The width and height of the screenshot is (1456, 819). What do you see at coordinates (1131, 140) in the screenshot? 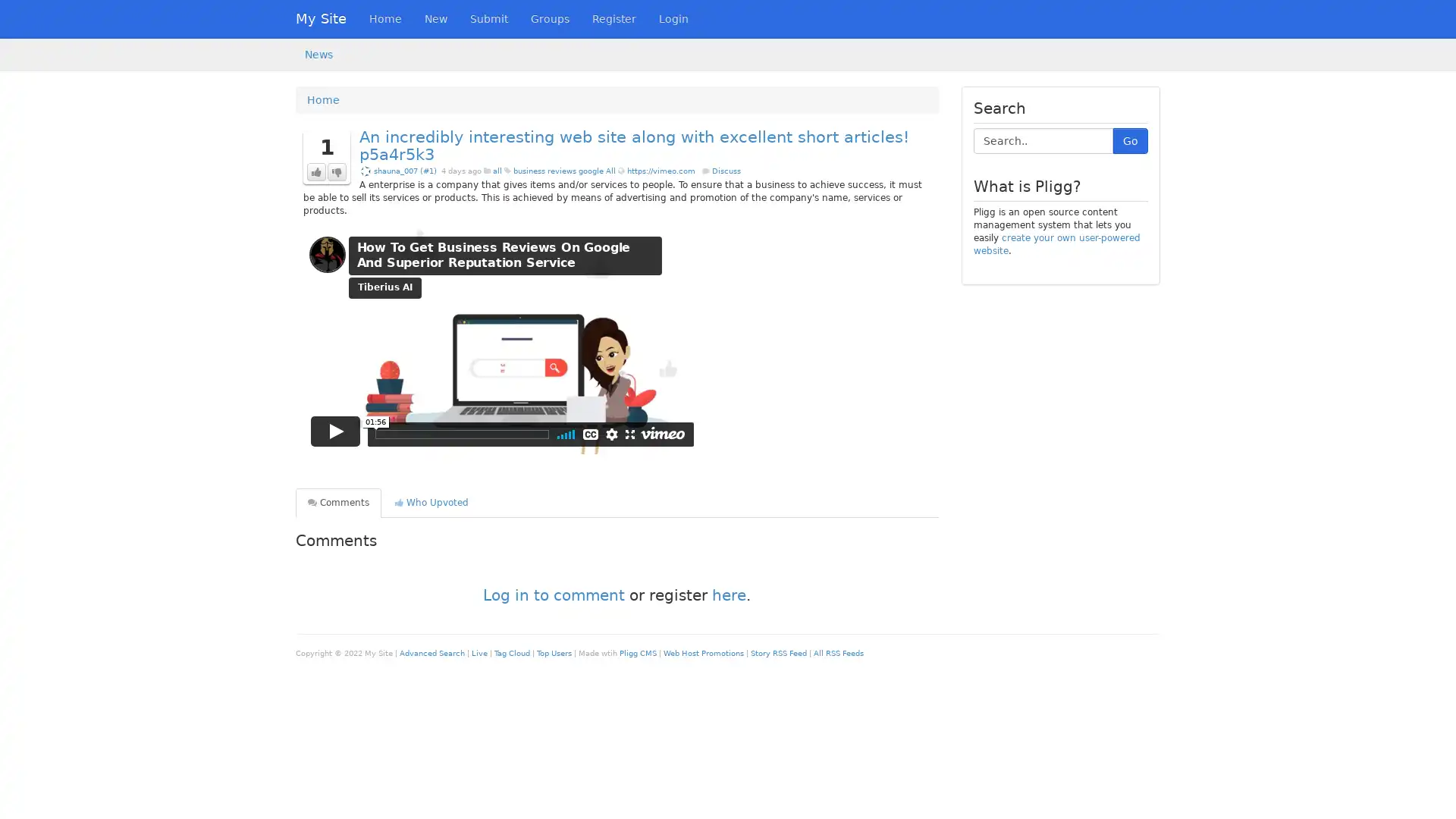
I see `Go` at bounding box center [1131, 140].